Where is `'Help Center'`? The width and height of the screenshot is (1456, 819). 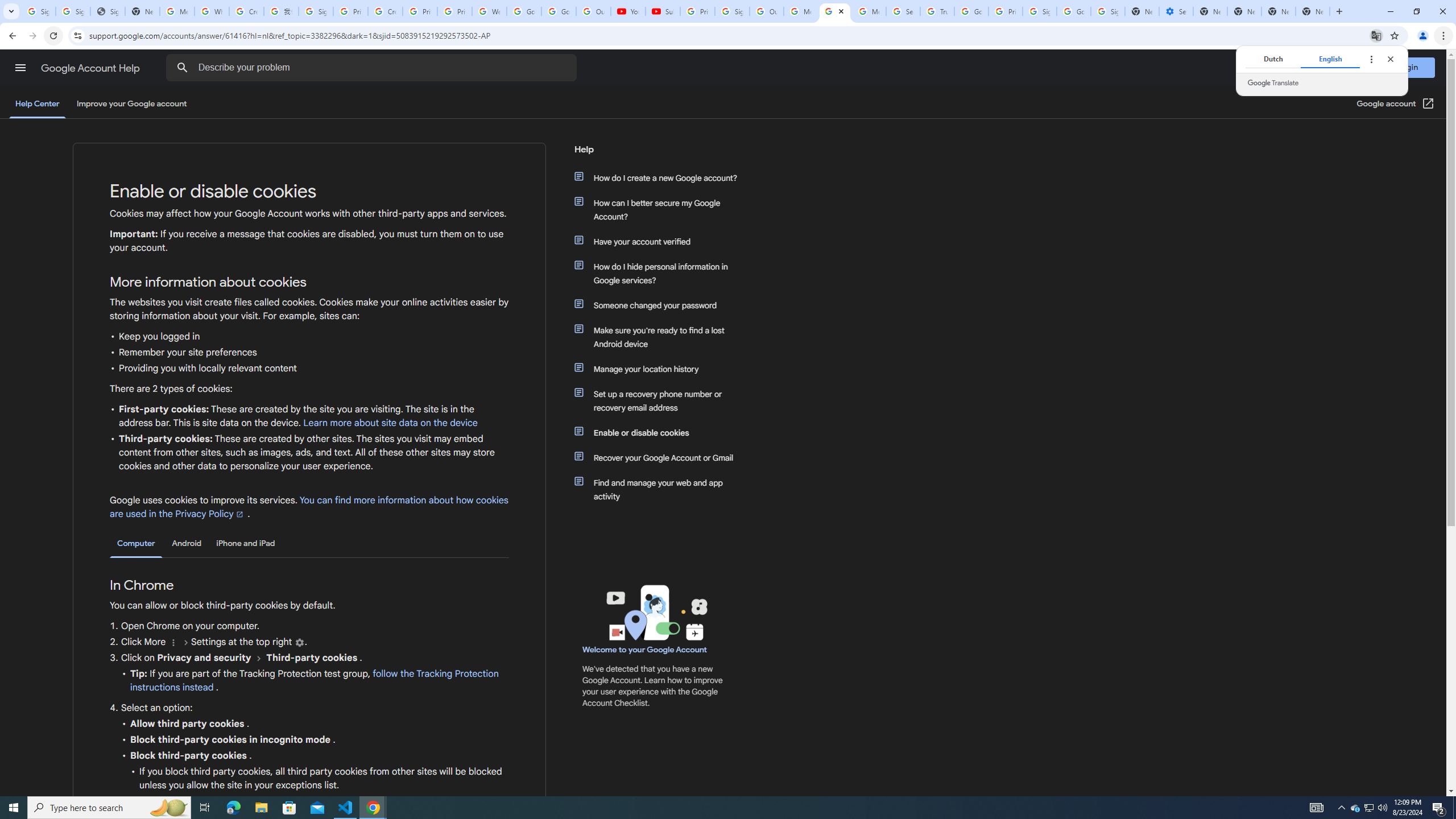 'Help Center' is located at coordinates (37, 103).